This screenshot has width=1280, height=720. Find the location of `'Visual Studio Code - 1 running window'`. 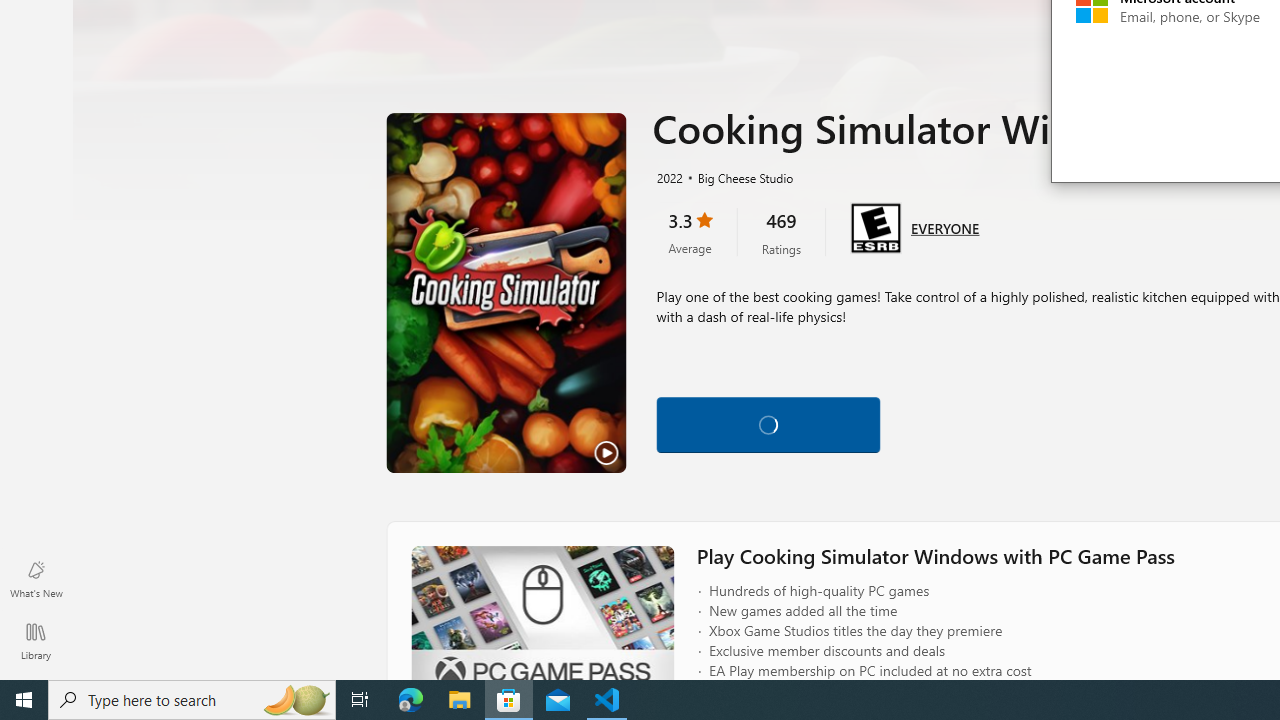

'Visual Studio Code - 1 running window' is located at coordinates (606, 698).